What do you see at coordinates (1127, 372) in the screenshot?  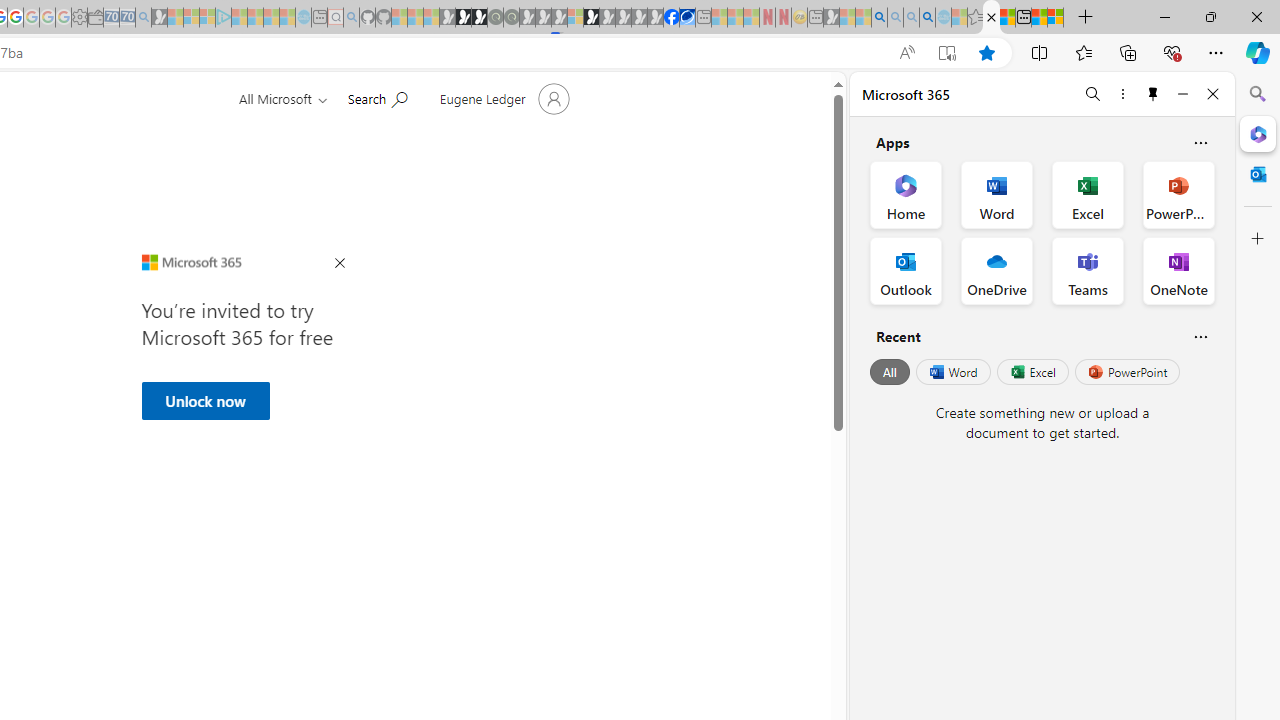 I see `'PowerPoint'` at bounding box center [1127, 372].